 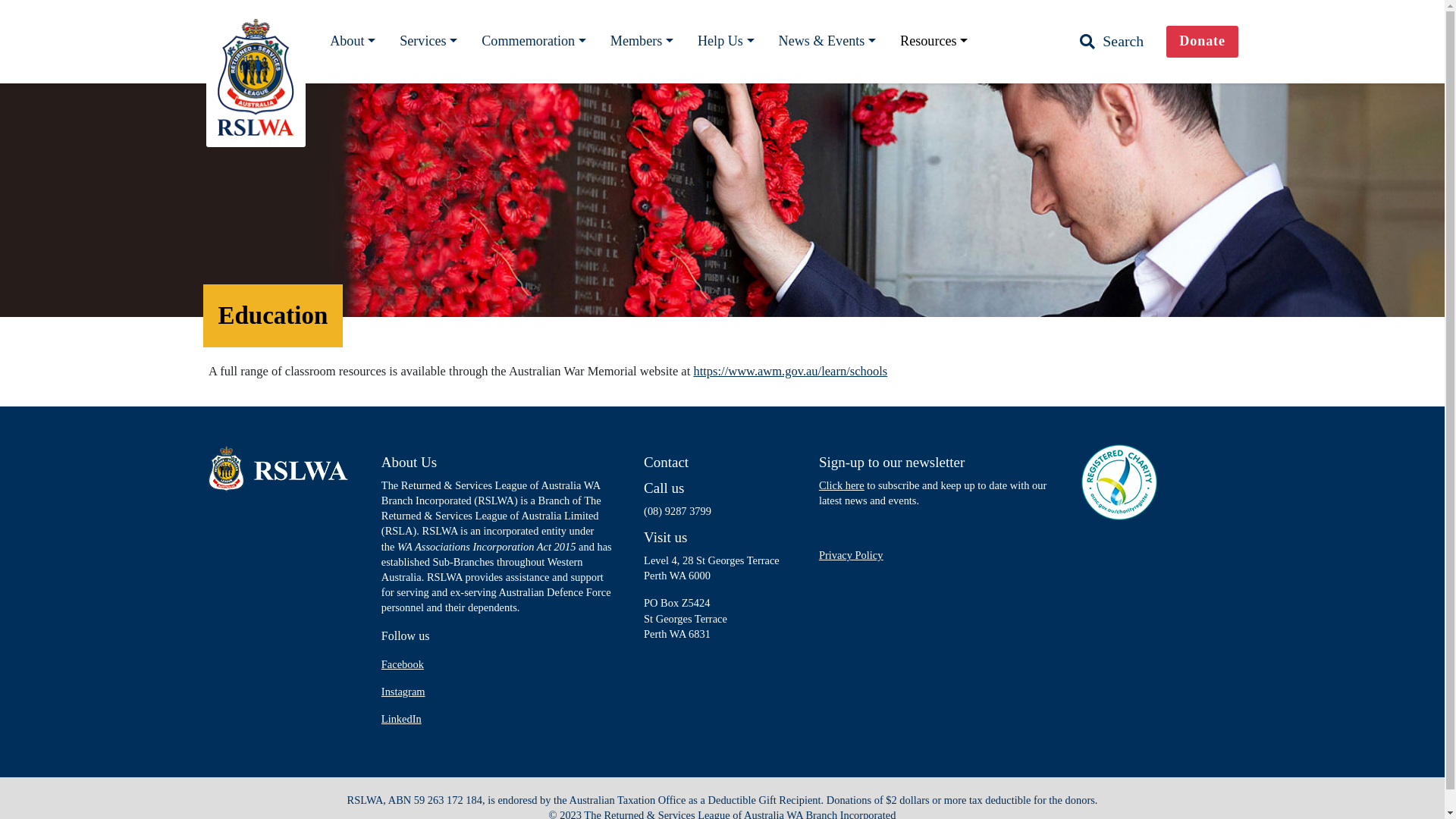 I want to click on 'Facebook', so click(x=403, y=663).